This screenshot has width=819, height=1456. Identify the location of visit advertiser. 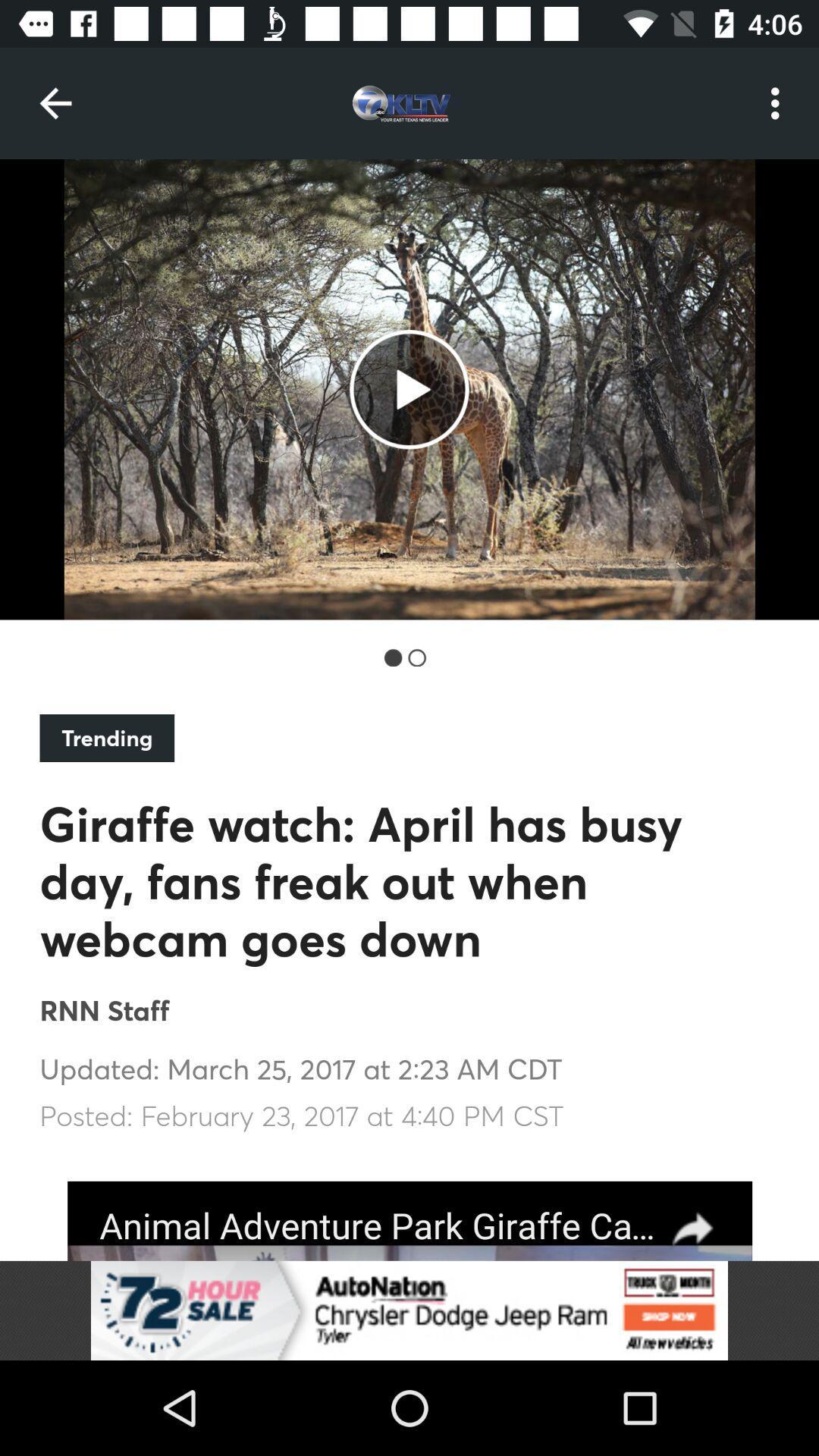
(409, 1310).